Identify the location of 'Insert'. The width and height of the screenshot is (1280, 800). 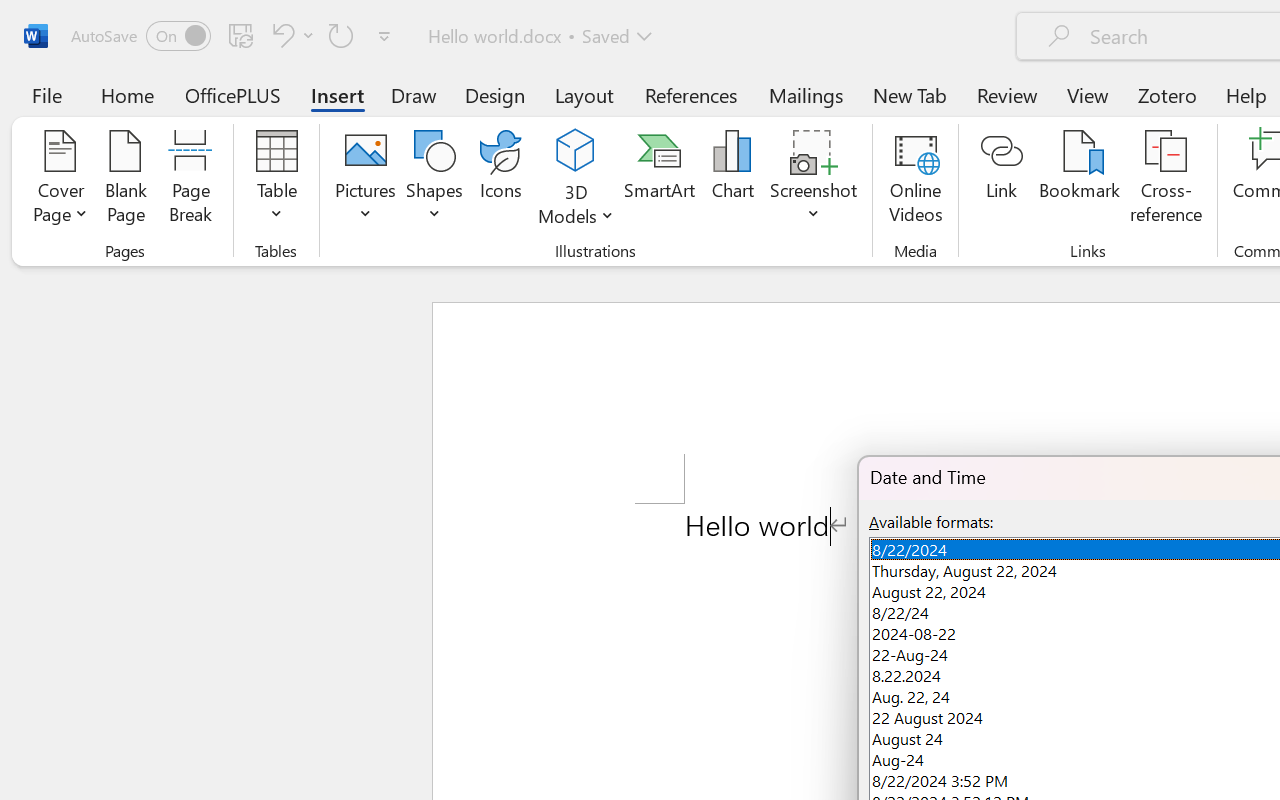
(337, 94).